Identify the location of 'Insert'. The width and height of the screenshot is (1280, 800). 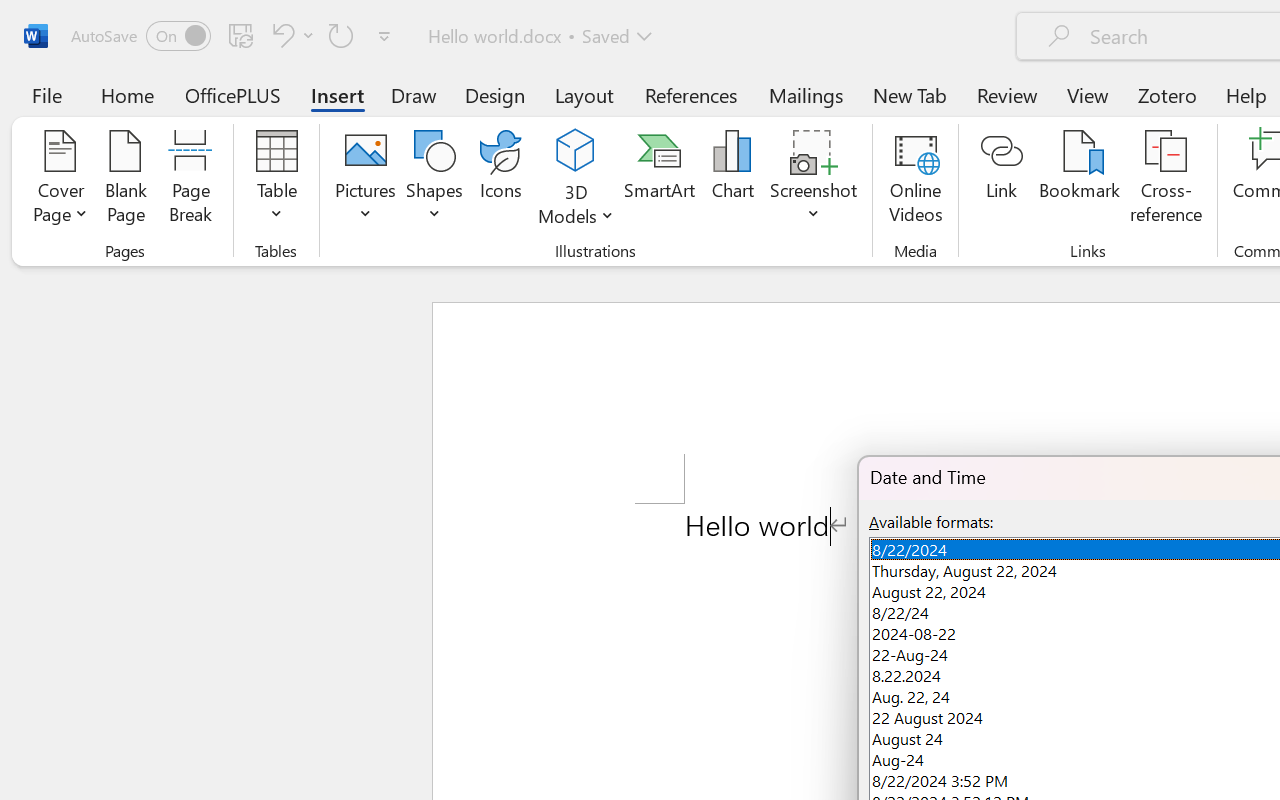
(337, 94).